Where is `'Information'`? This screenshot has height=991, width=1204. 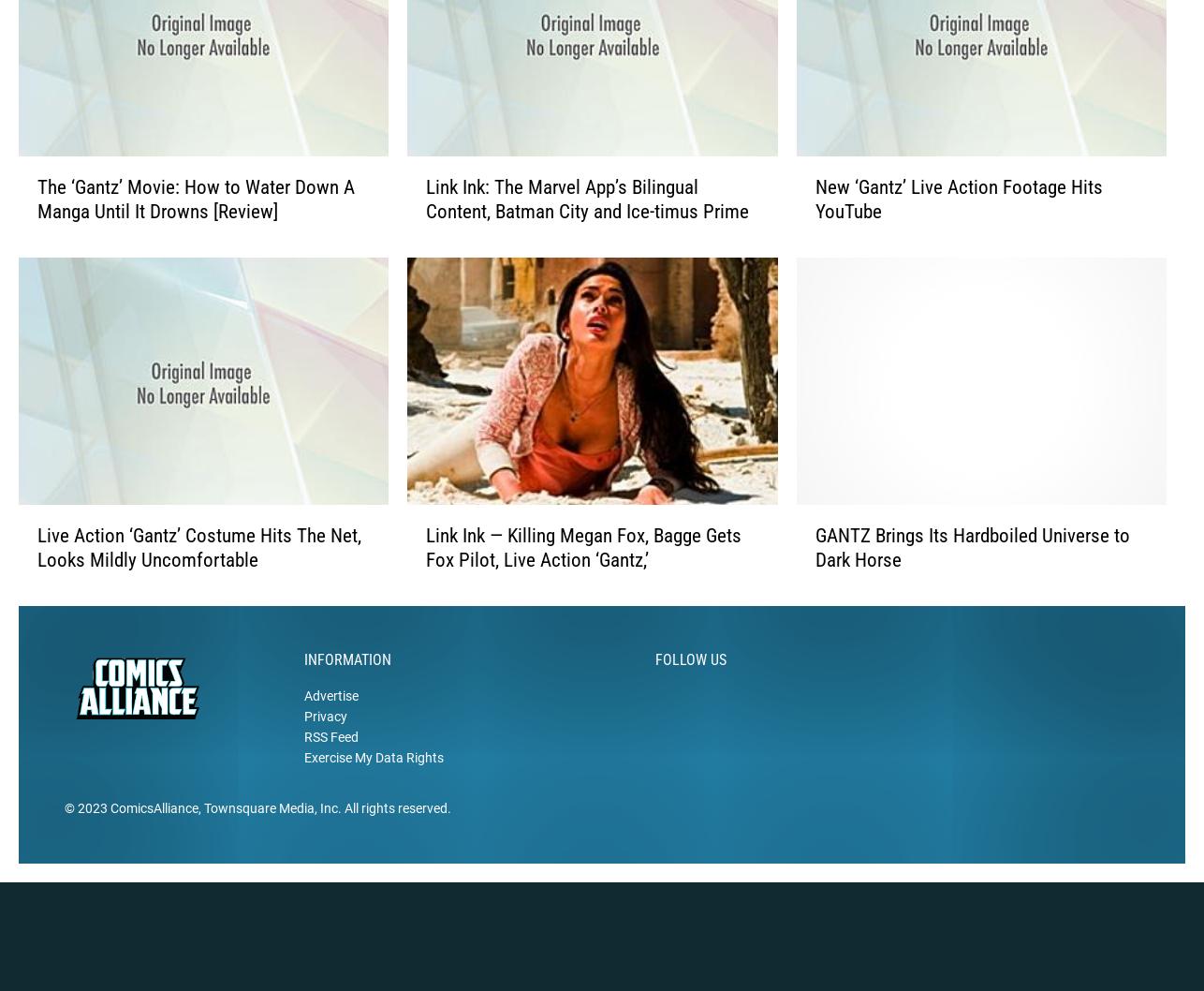
'Information' is located at coordinates (346, 688).